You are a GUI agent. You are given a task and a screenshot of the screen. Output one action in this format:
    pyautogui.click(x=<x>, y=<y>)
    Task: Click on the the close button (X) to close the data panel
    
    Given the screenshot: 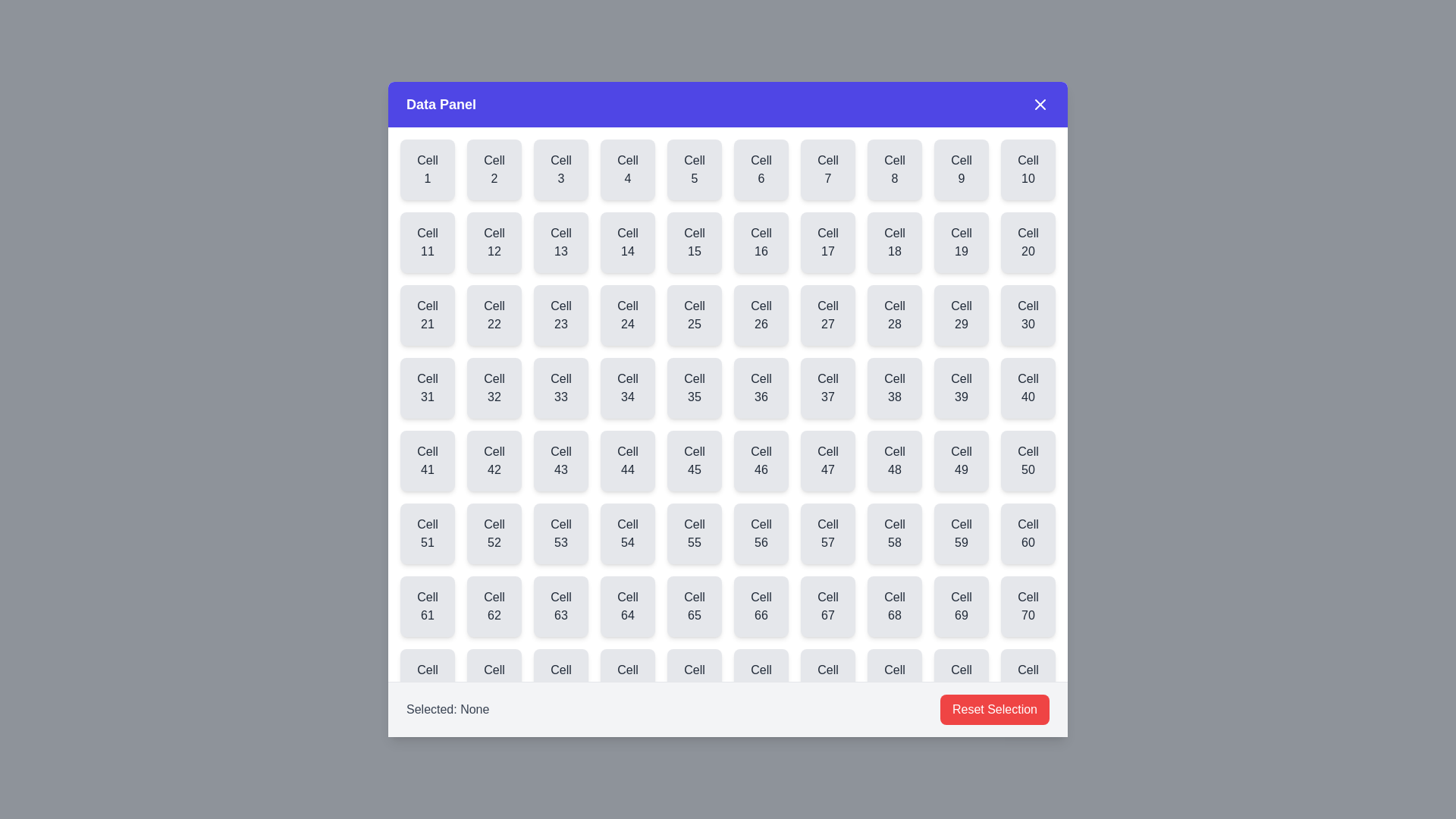 What is the action you would take?
    pyautogui.click(x=1040, y=104)
    